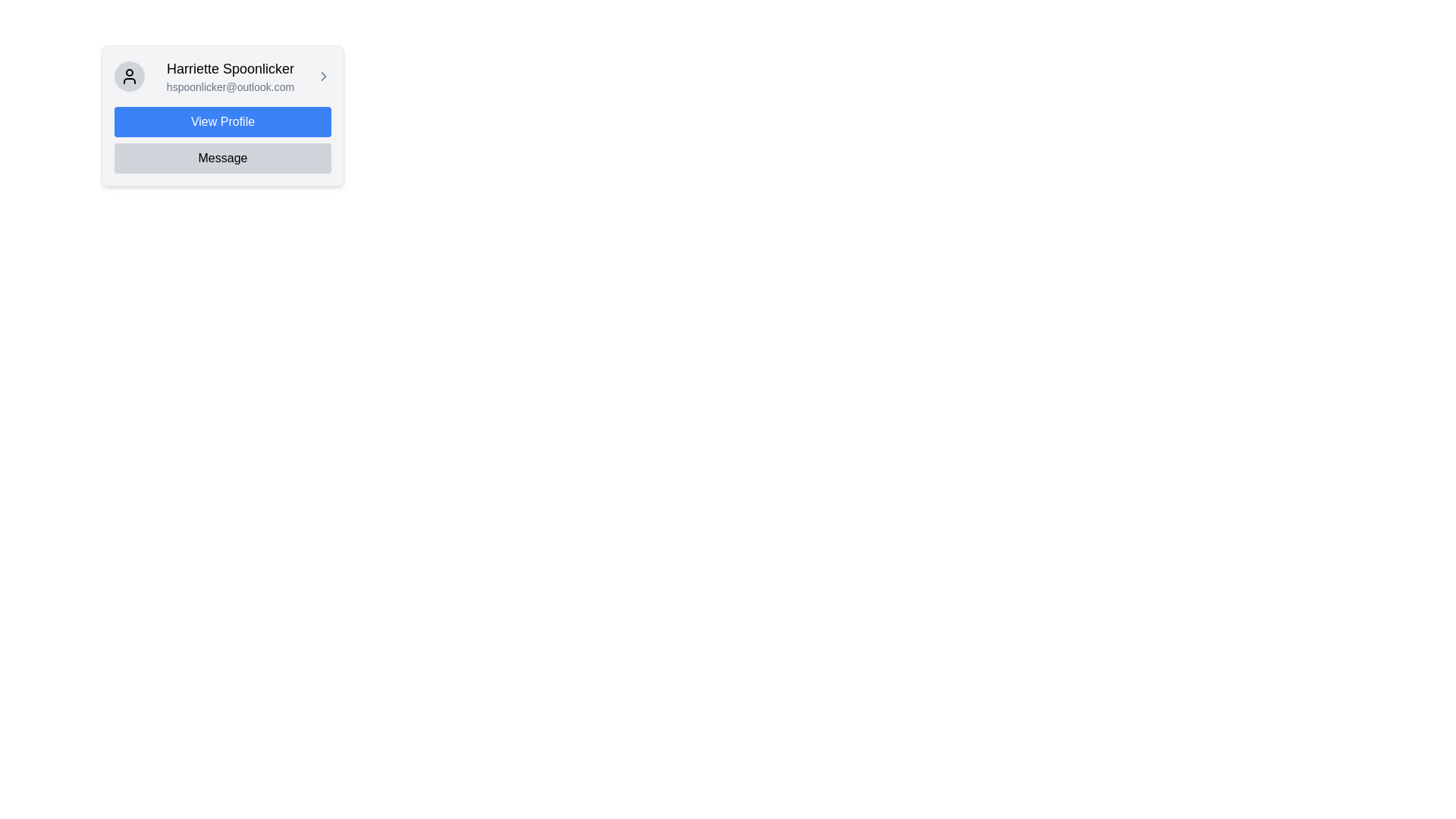  Describe the element at coordinates (221, 76) in the screenshot. I see `the Profile Information Section containing the avatar, name 'Harriette Spoonlicker', and email 'hspoonlicker@outlook.com'` at that location.